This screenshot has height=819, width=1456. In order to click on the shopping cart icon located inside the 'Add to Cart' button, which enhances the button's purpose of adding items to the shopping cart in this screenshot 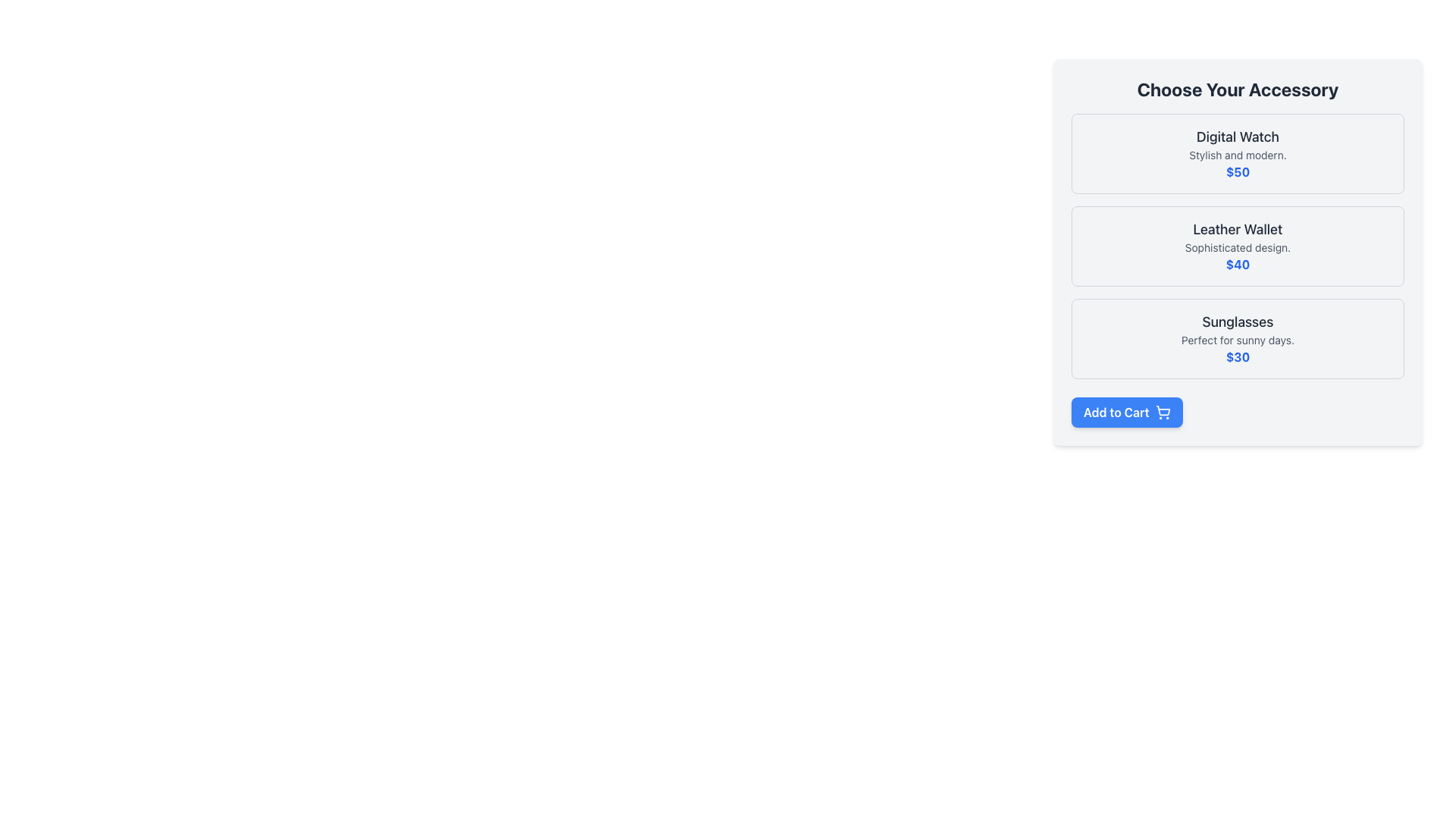, I will do `click(1162, 412)`.